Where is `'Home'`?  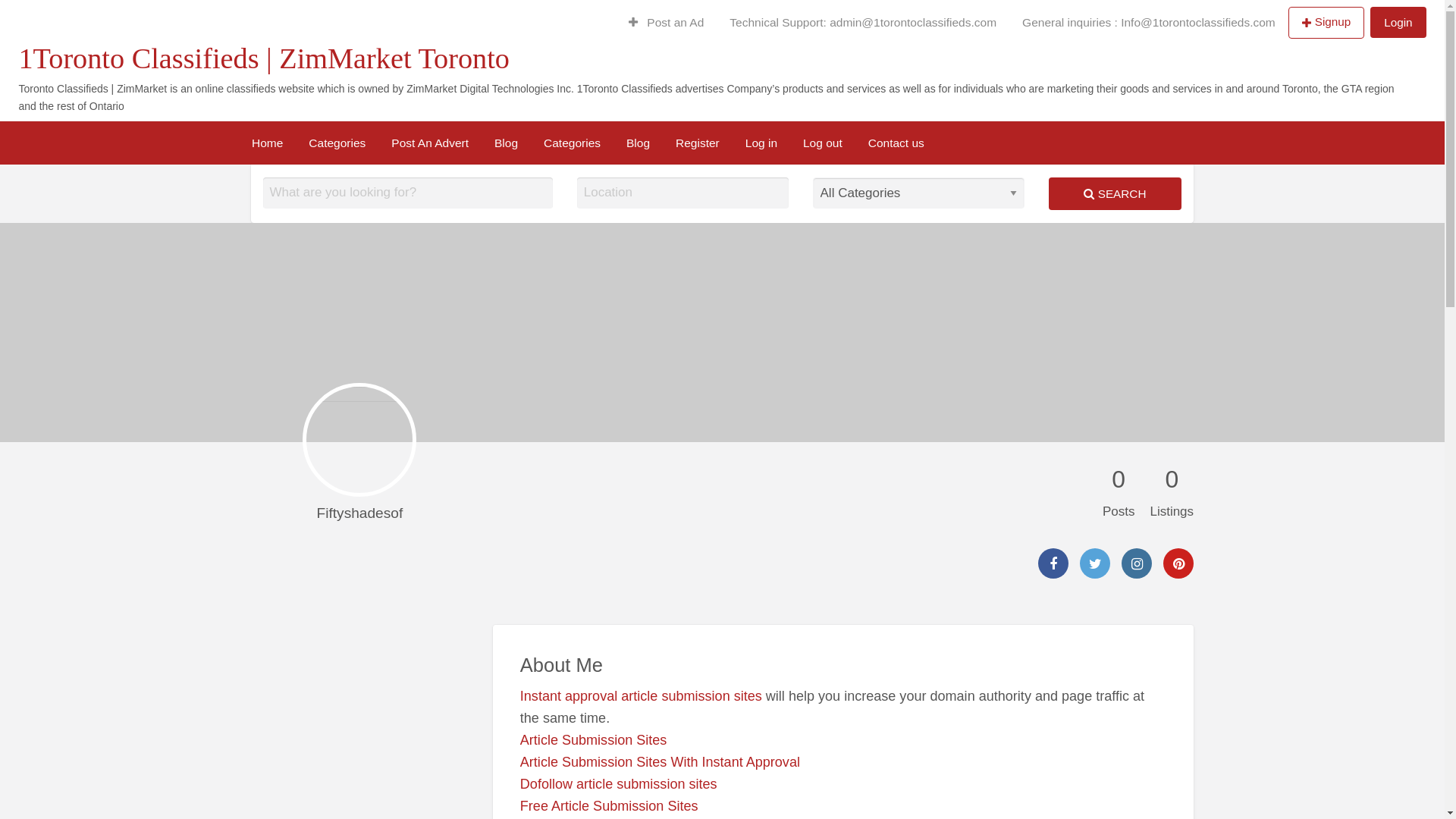 'Home' is located at coordinates (267, 143).